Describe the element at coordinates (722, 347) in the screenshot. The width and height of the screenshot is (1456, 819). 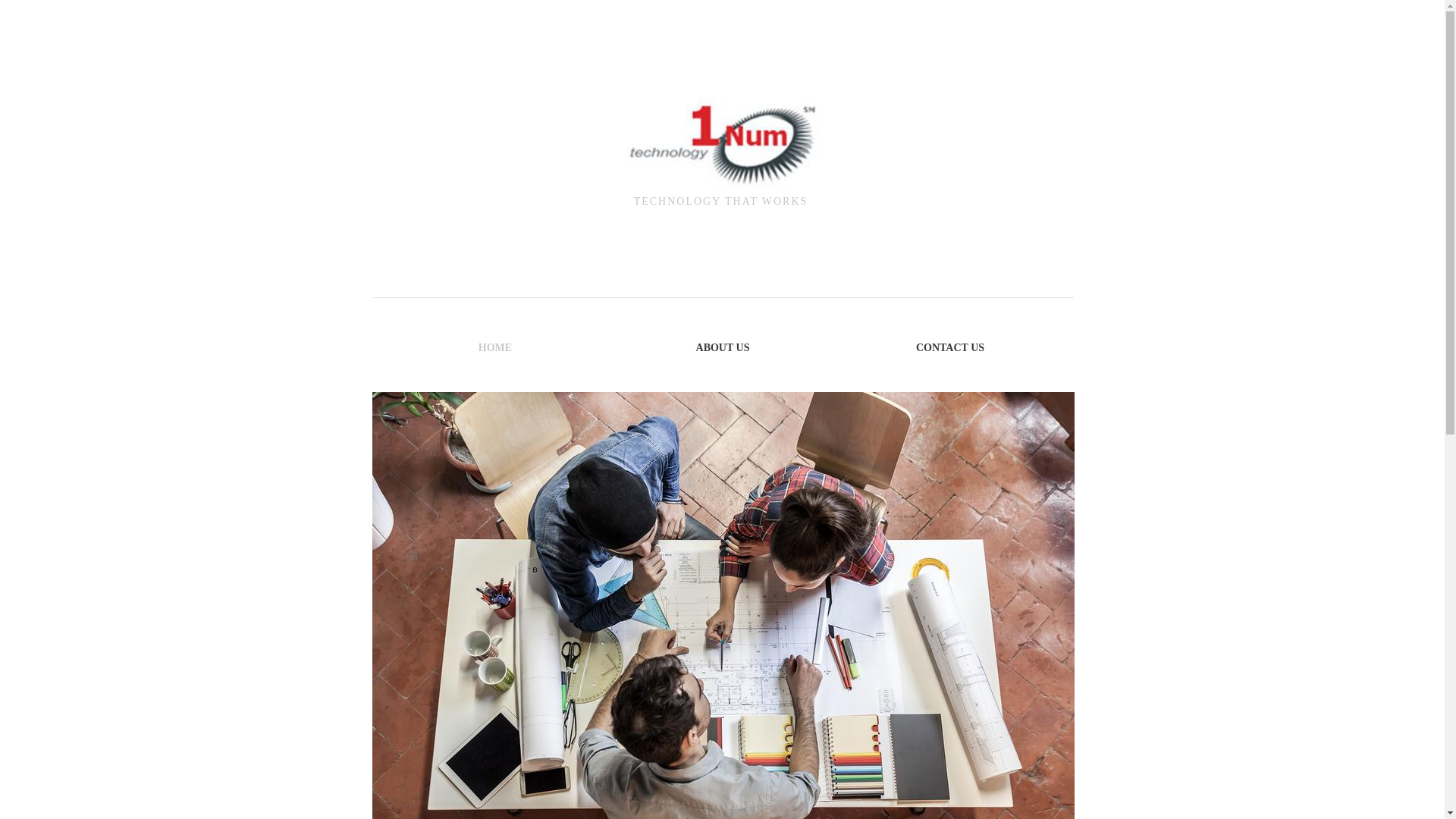
I see `'ABOUT US'` at that location.